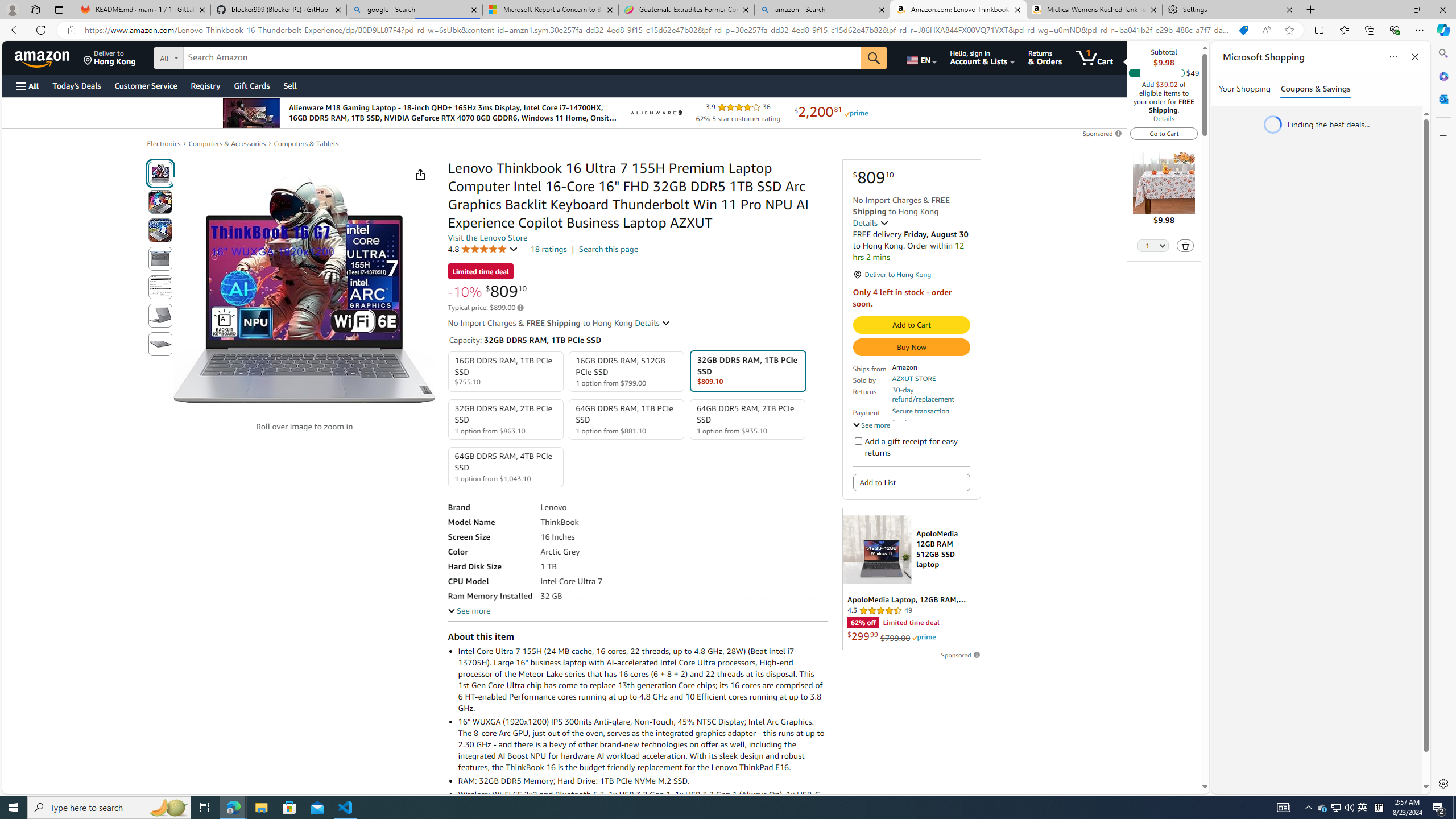 This screenshot has width=1456, height=819. Describe the element at coordinates (911, 346) in the screenshot. I see `'Buy Now'` at that location.